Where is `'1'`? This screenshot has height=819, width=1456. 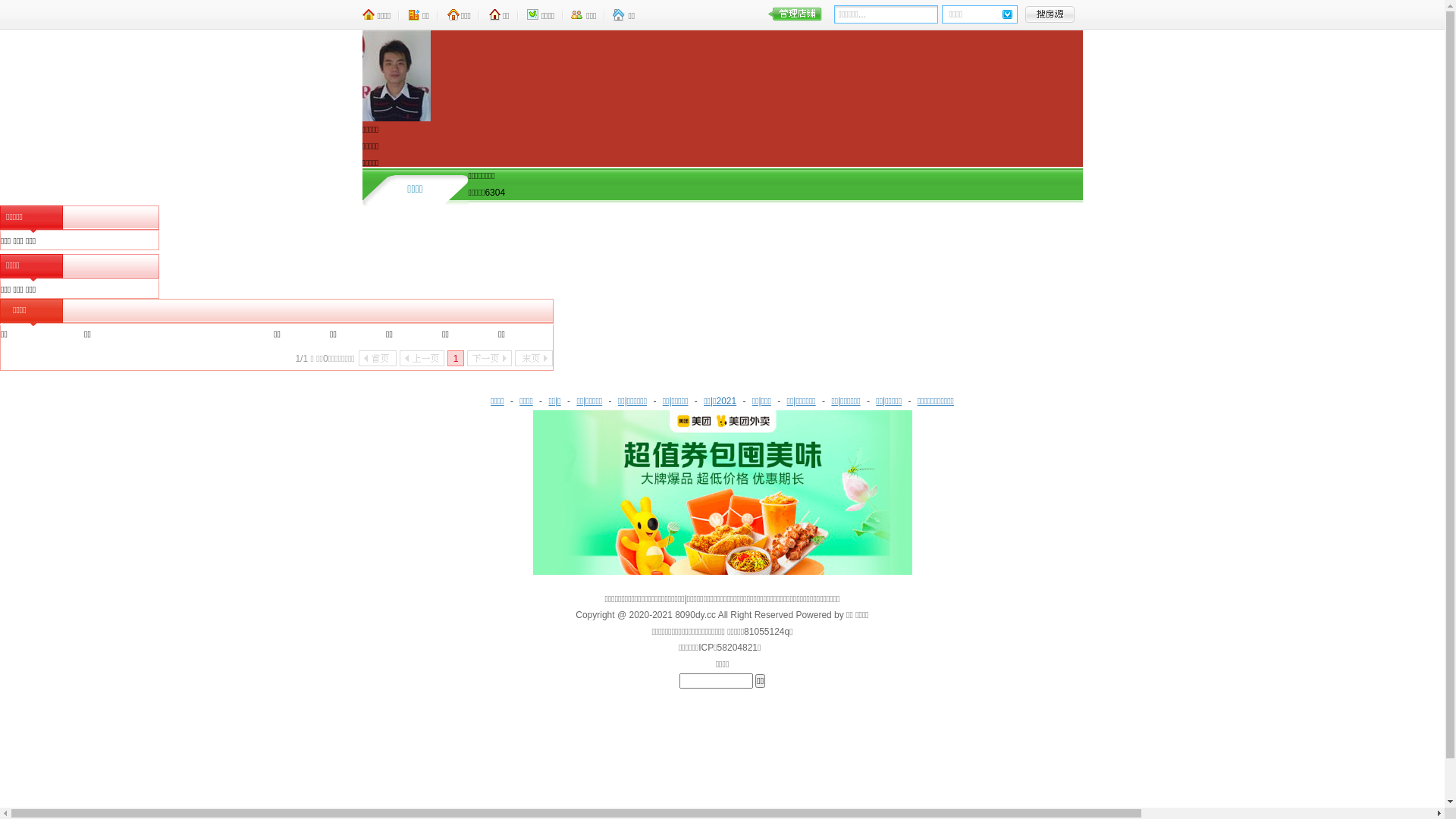 '1' is located at coordinates (454, 358).